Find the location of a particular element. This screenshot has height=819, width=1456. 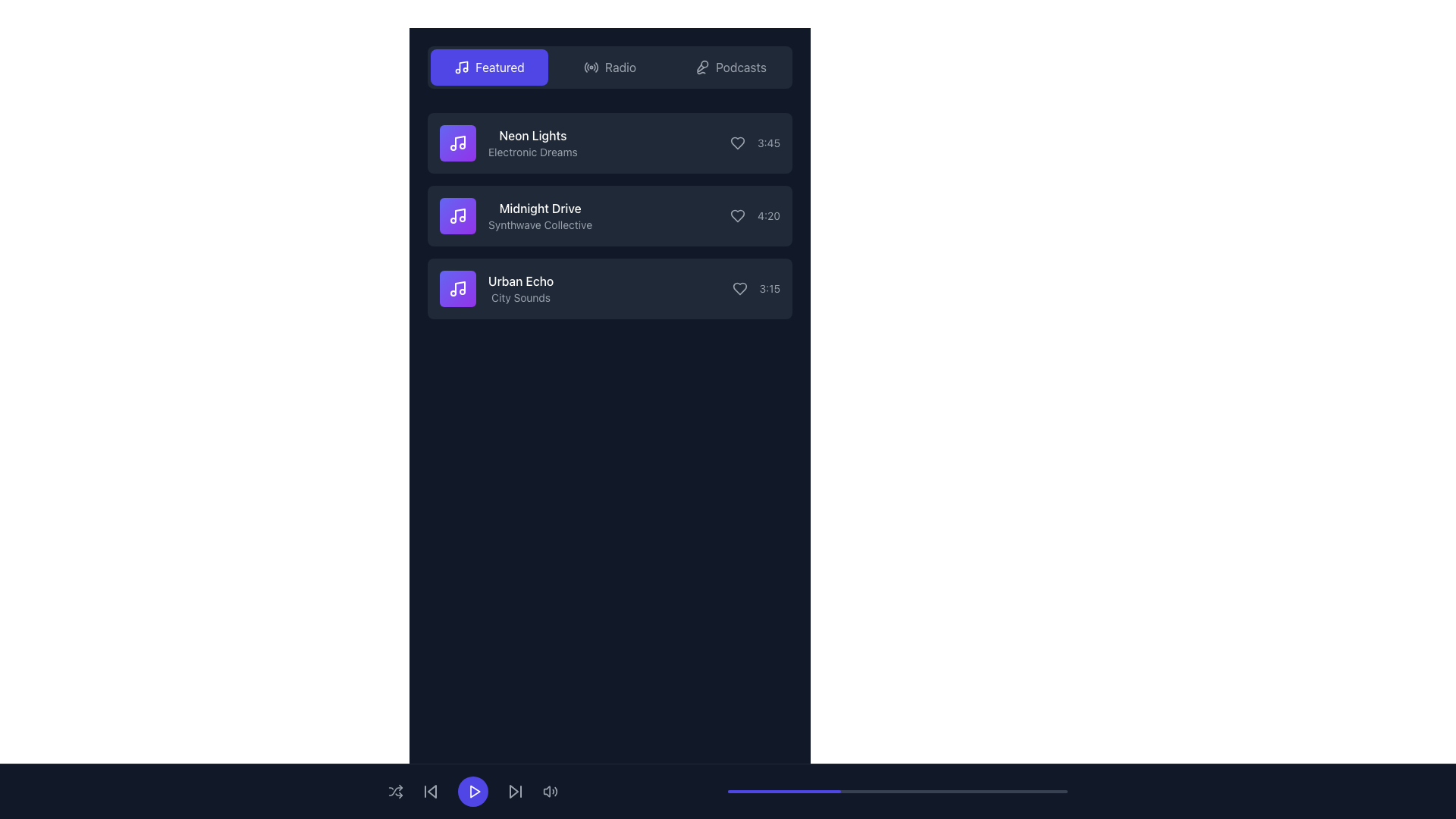

the musical note icon located on the left side of the 'Featured' button with a purple background and white text is located at coordinates (461, 66).